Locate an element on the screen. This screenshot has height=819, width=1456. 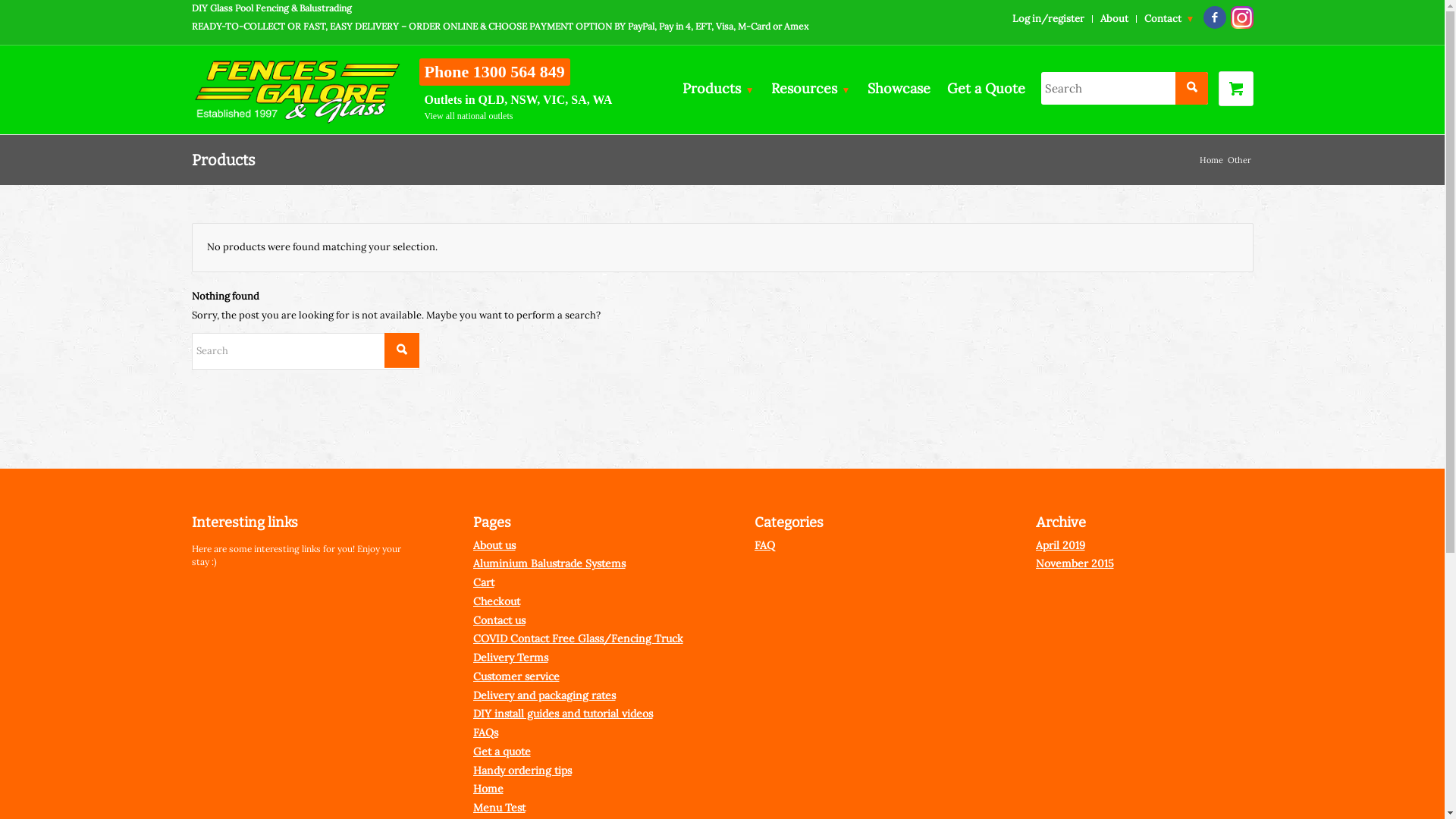
'Delivery and packaging rates' is located at coordinates (544, 695).